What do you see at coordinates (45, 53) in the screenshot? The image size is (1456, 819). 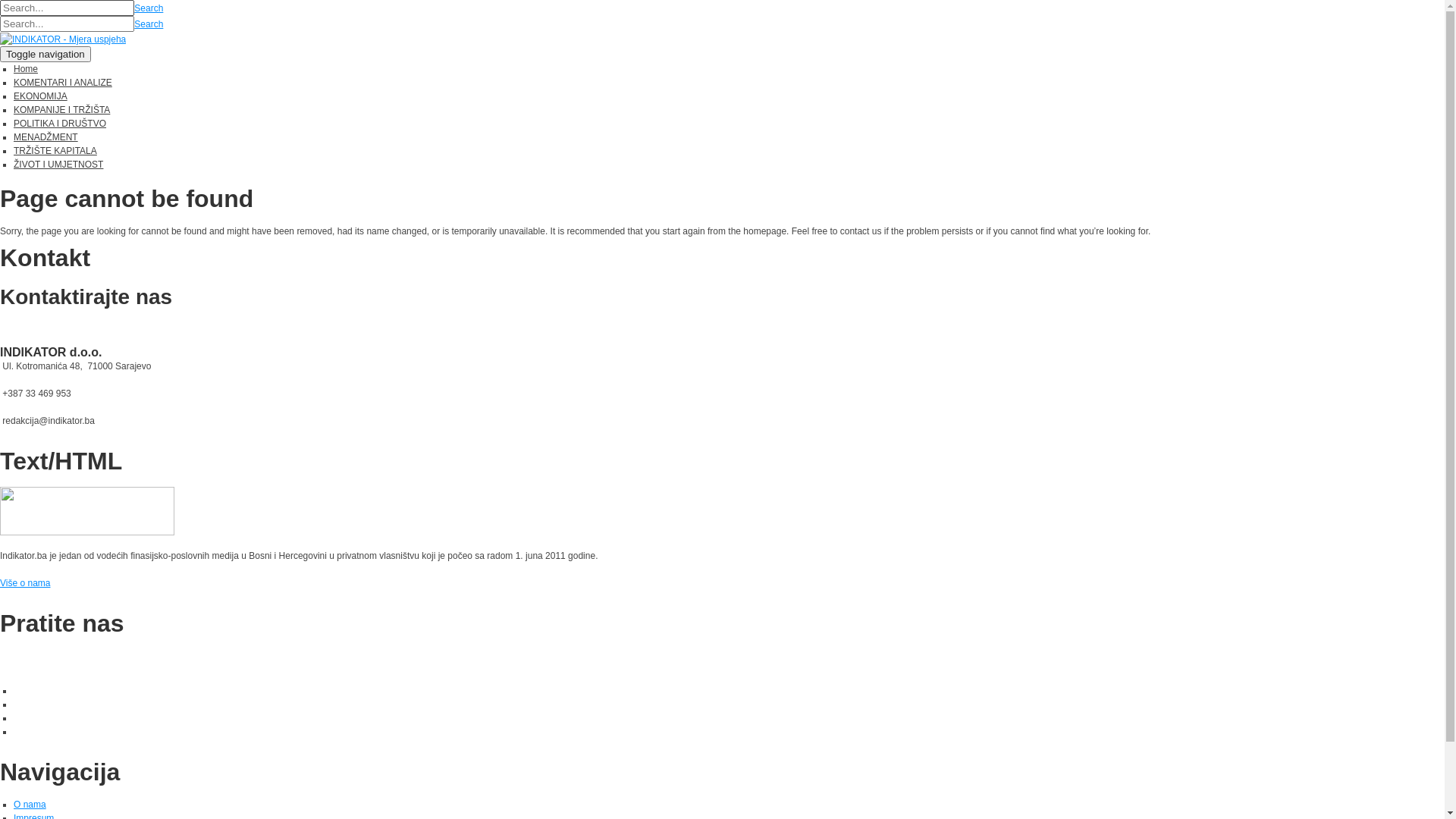 I see `'Toggle navigation'` at bounding box center [45, 53].